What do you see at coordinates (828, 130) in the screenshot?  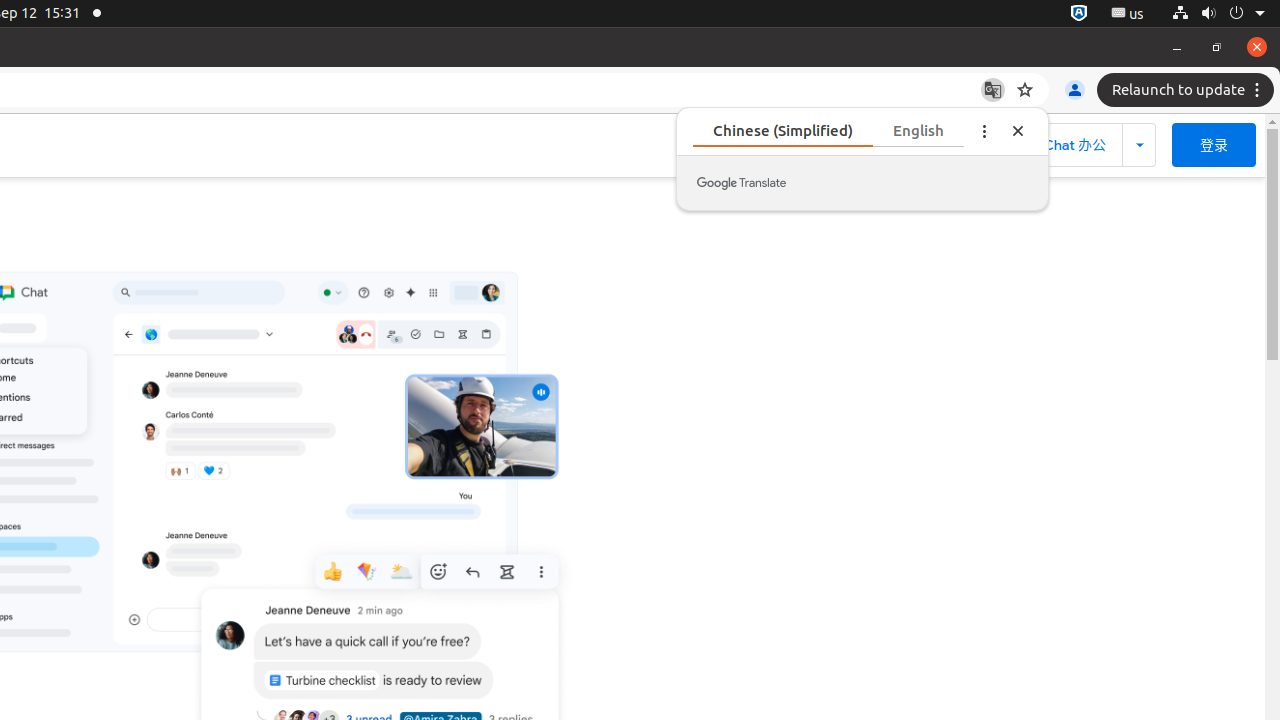 I see `'Chinese (Simplified)'` at bounding box center [828, 130].